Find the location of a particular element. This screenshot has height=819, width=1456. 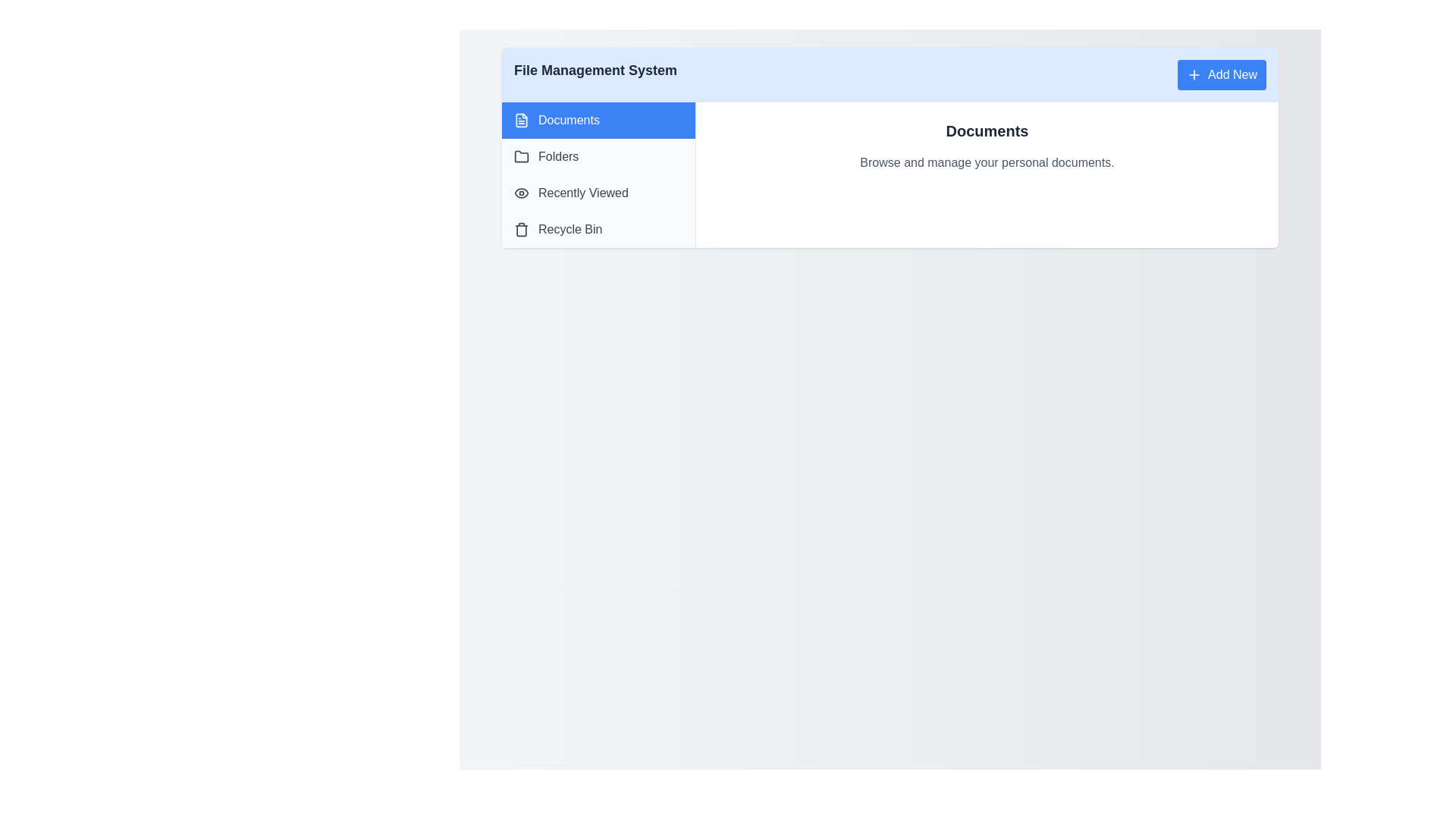

the folder icon in the sidebar navigation panel is located at coordinates (521, 157).